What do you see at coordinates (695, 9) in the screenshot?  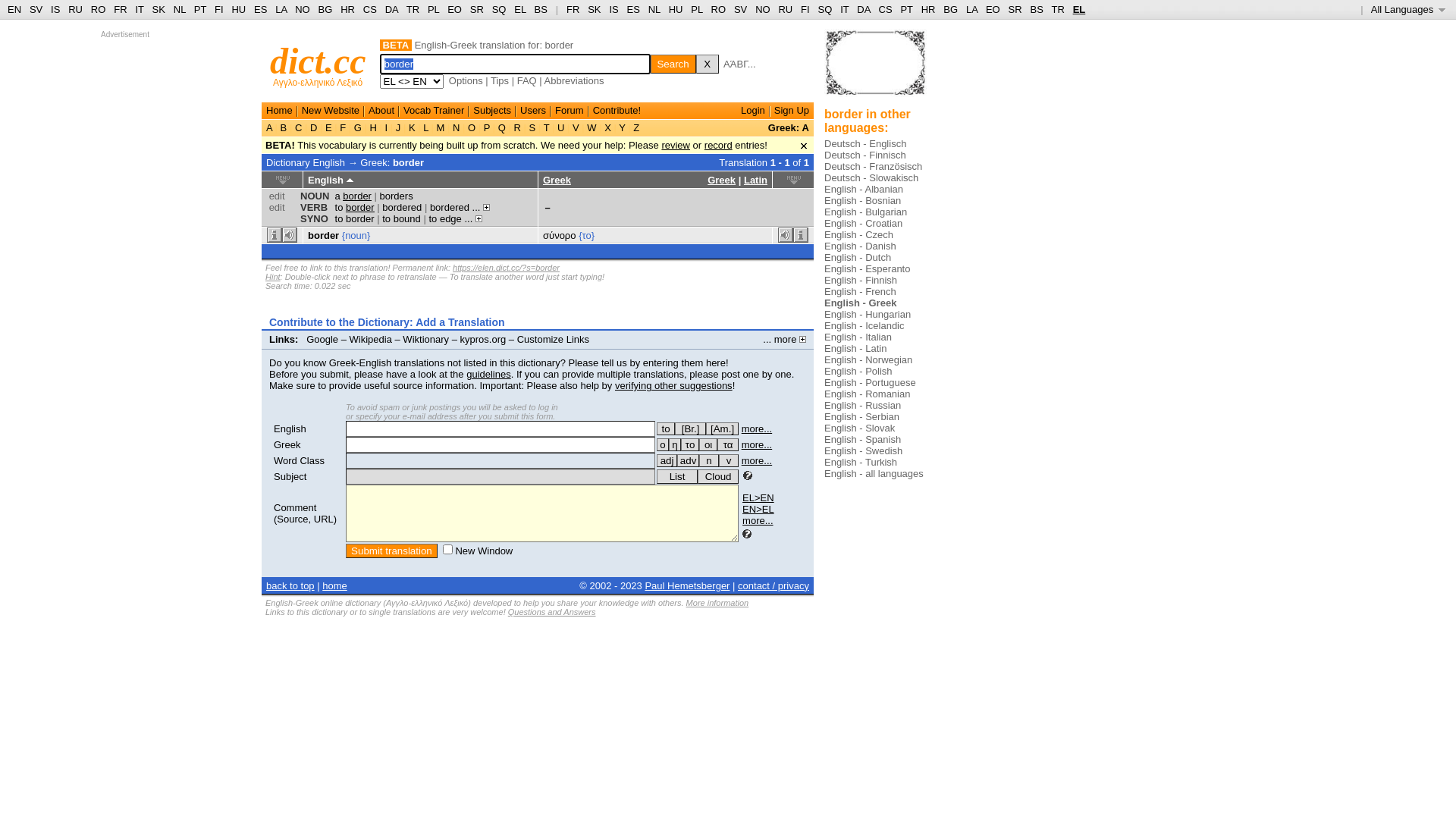 I see `'PL'` at bounding box center [695, 9].